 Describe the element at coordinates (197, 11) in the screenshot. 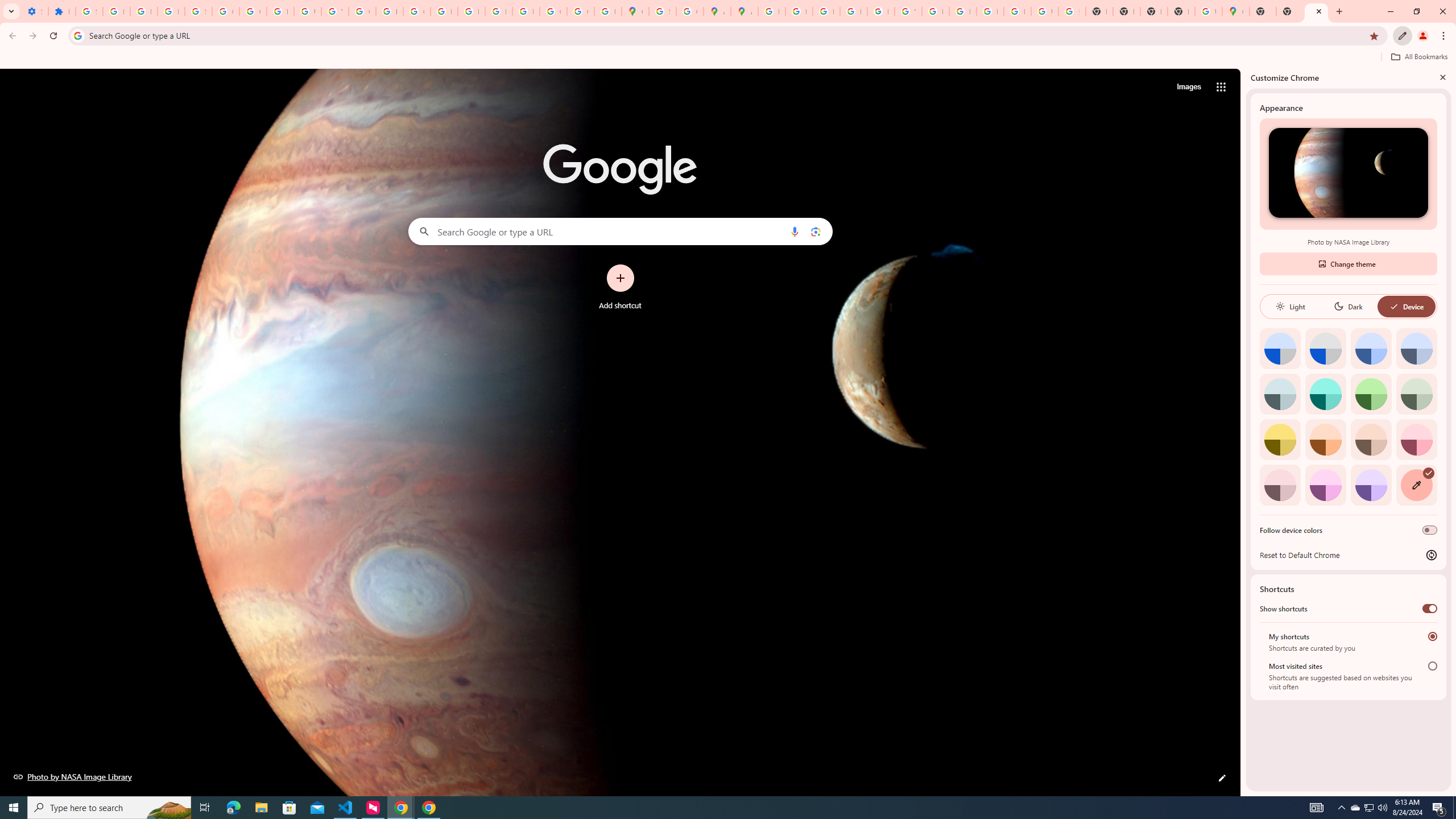

I see `'Sign in - Google Accounts'` at that location.